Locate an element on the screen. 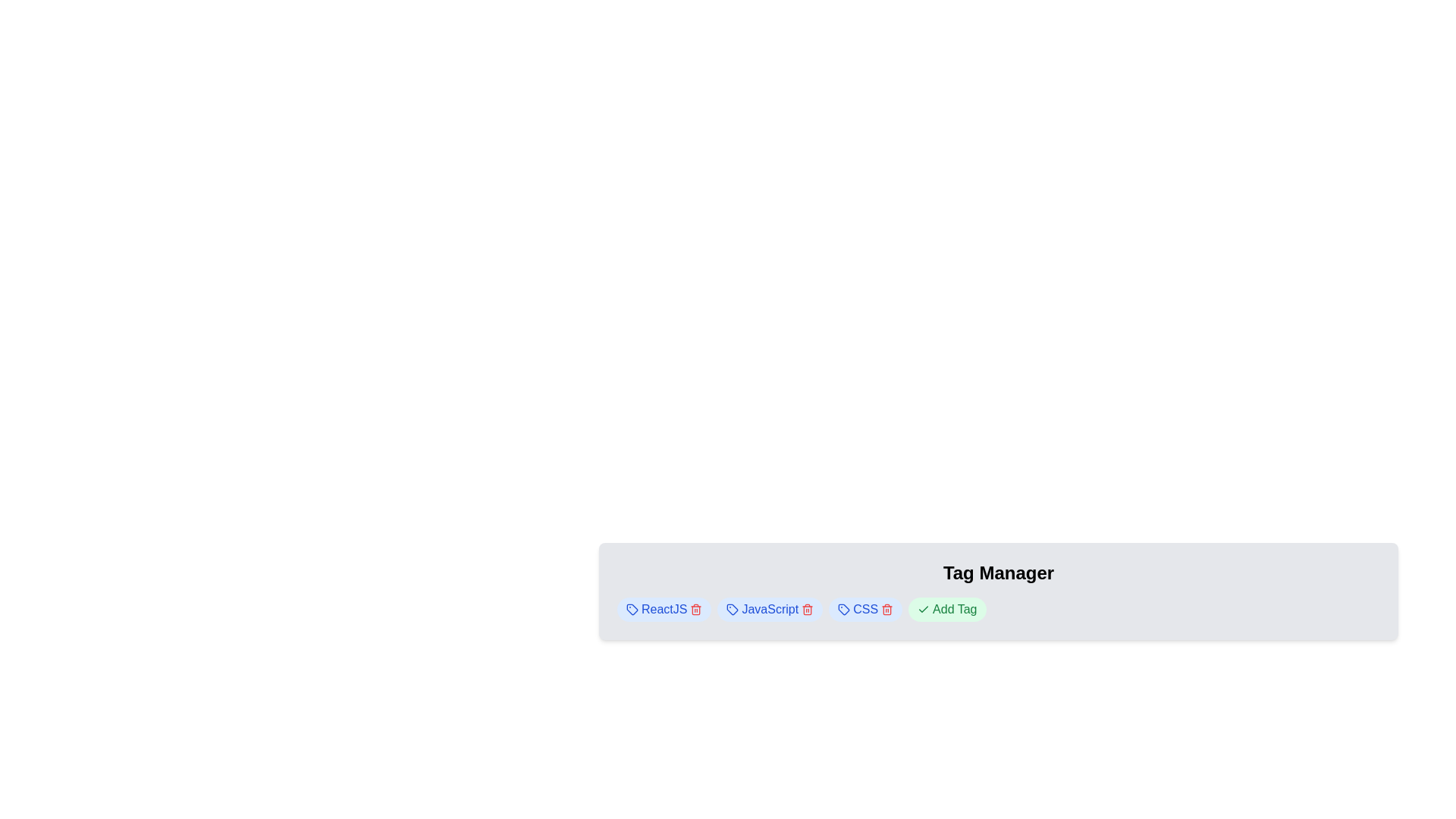 This screenshot has height=819, width=1456. the delete icon on the 'ReactJS' tag component, which is the first tag in a horizontal list is located at coordinates (664, 608).